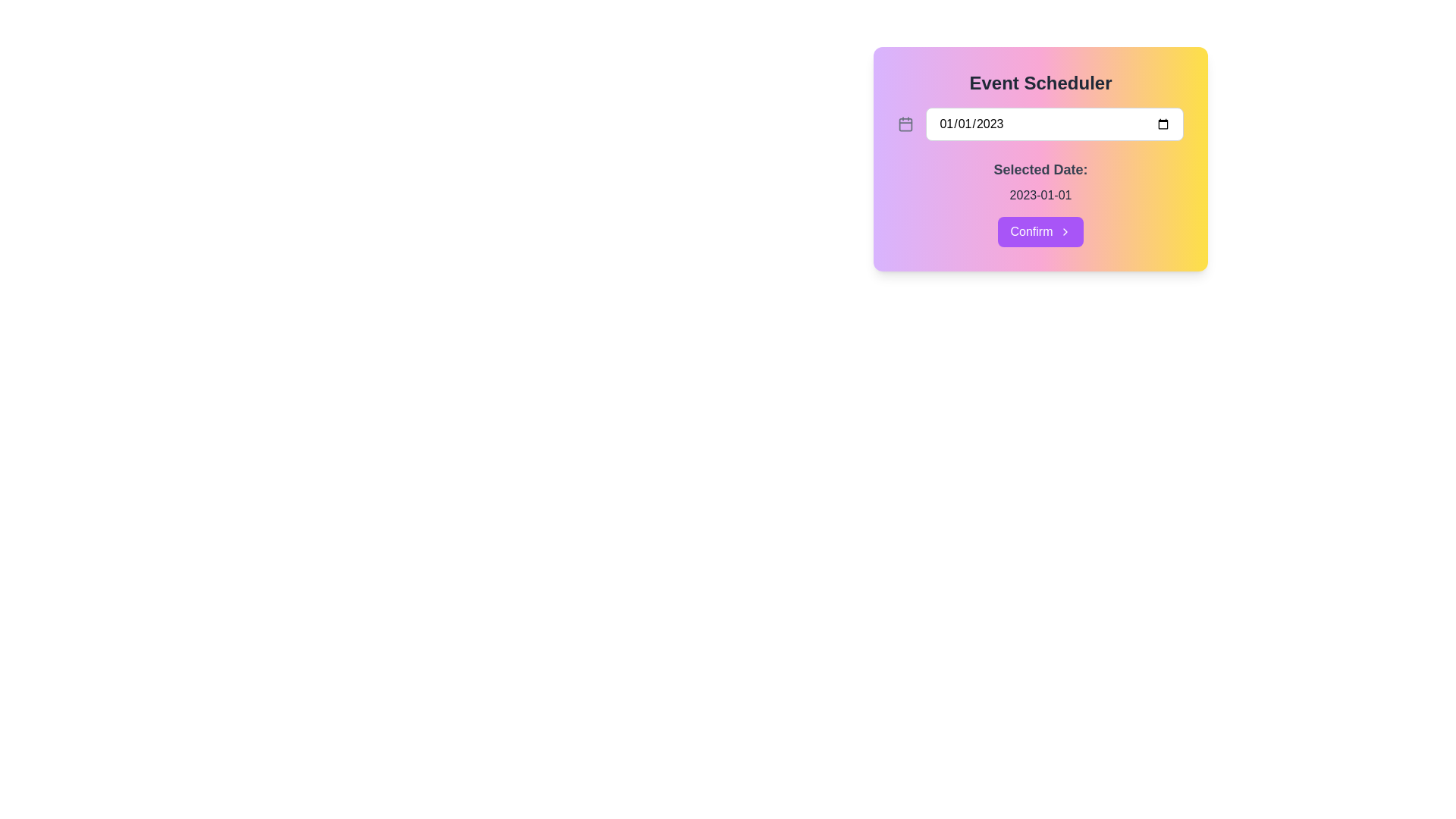  What do you see at coordinates (1040, 169) in the screenshot?
I see `the label indicating the selected date, which is positioned above the date '2023-01-01' in the interface` at bounding box center [1040, 169].